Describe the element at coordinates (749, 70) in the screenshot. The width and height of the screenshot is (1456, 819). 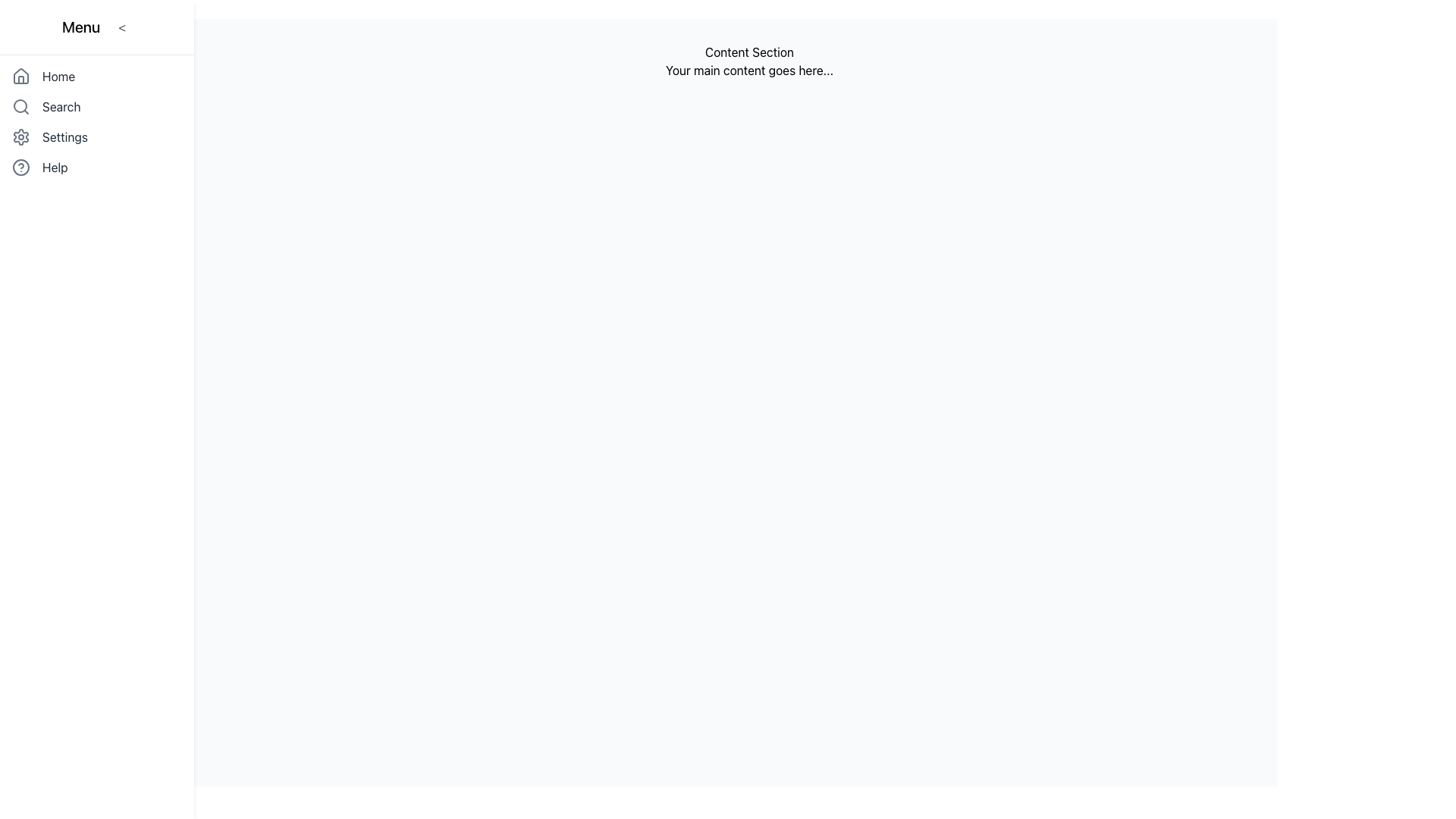
I see `the text label that displays 'Your main content goes here...' located below the heading 'Content Section'` at that location.